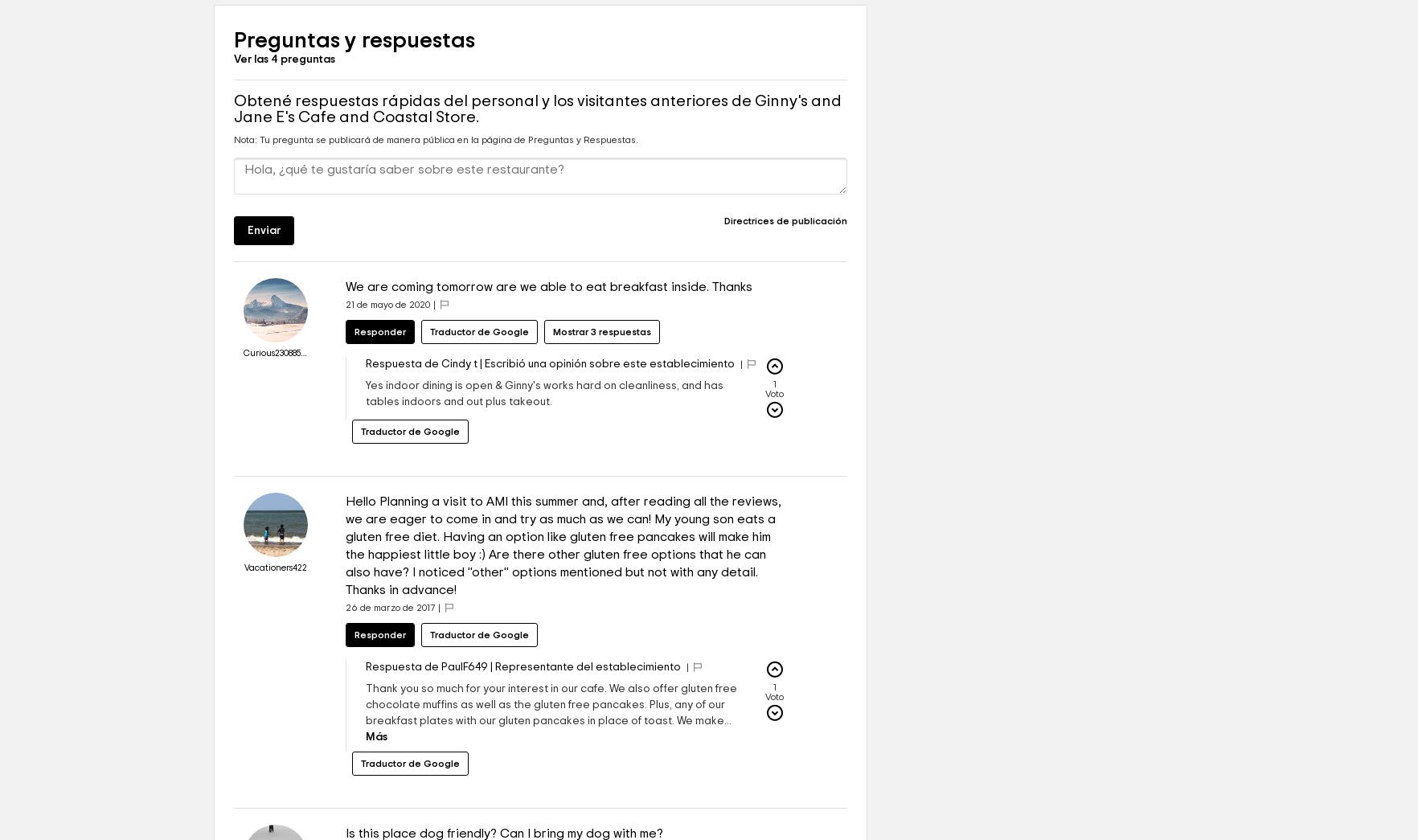 The height and width of the screenshot is (840, 1418). Describe the element at coordinates (436, 186) in the screenshot. I see `'Nota: Tu pregunta se publicará de manera pública en la página de Preguntas y Respuestas.'` at that location.